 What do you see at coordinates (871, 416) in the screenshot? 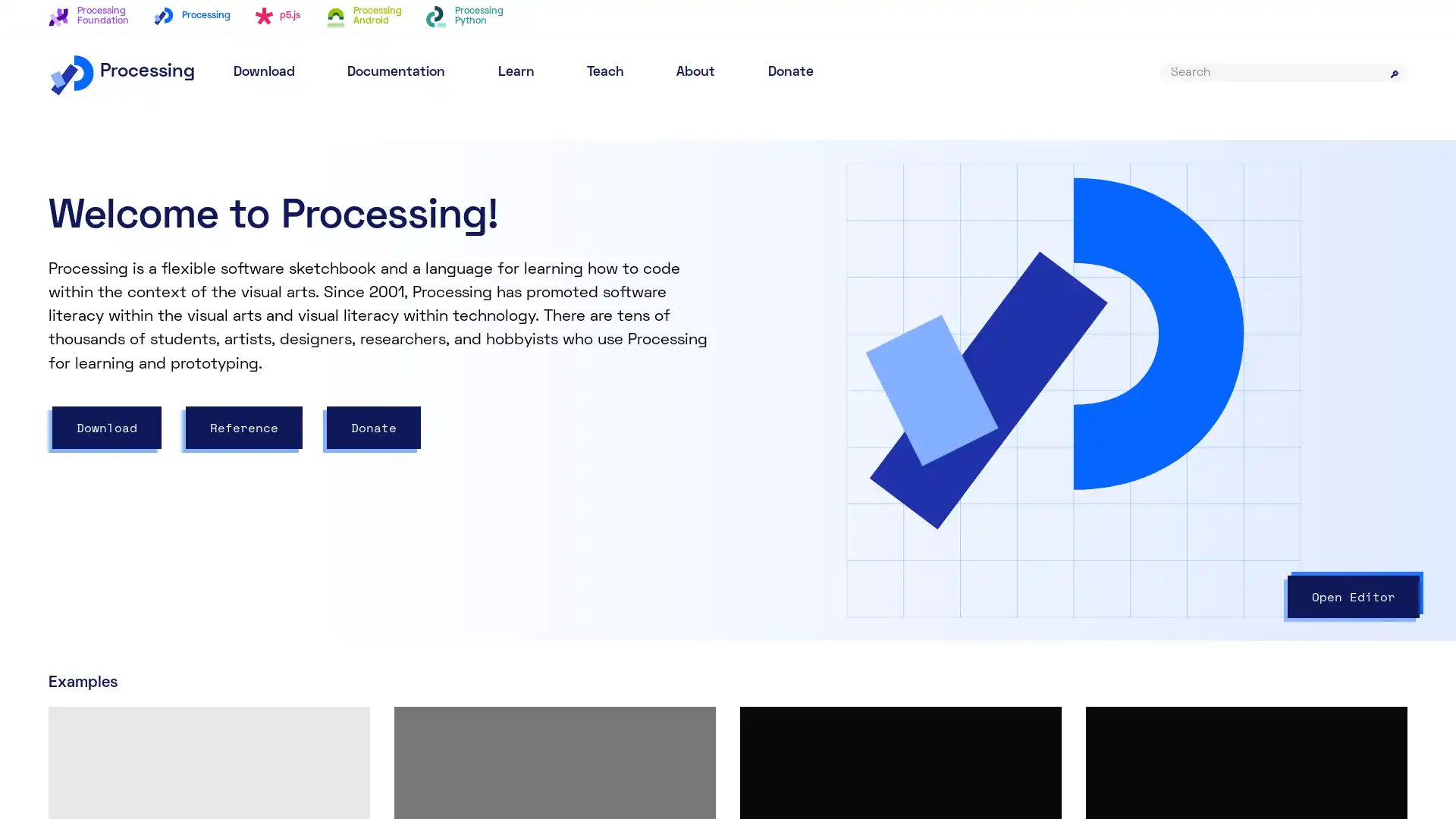
I see `change position` at bounding box center [871, 416].